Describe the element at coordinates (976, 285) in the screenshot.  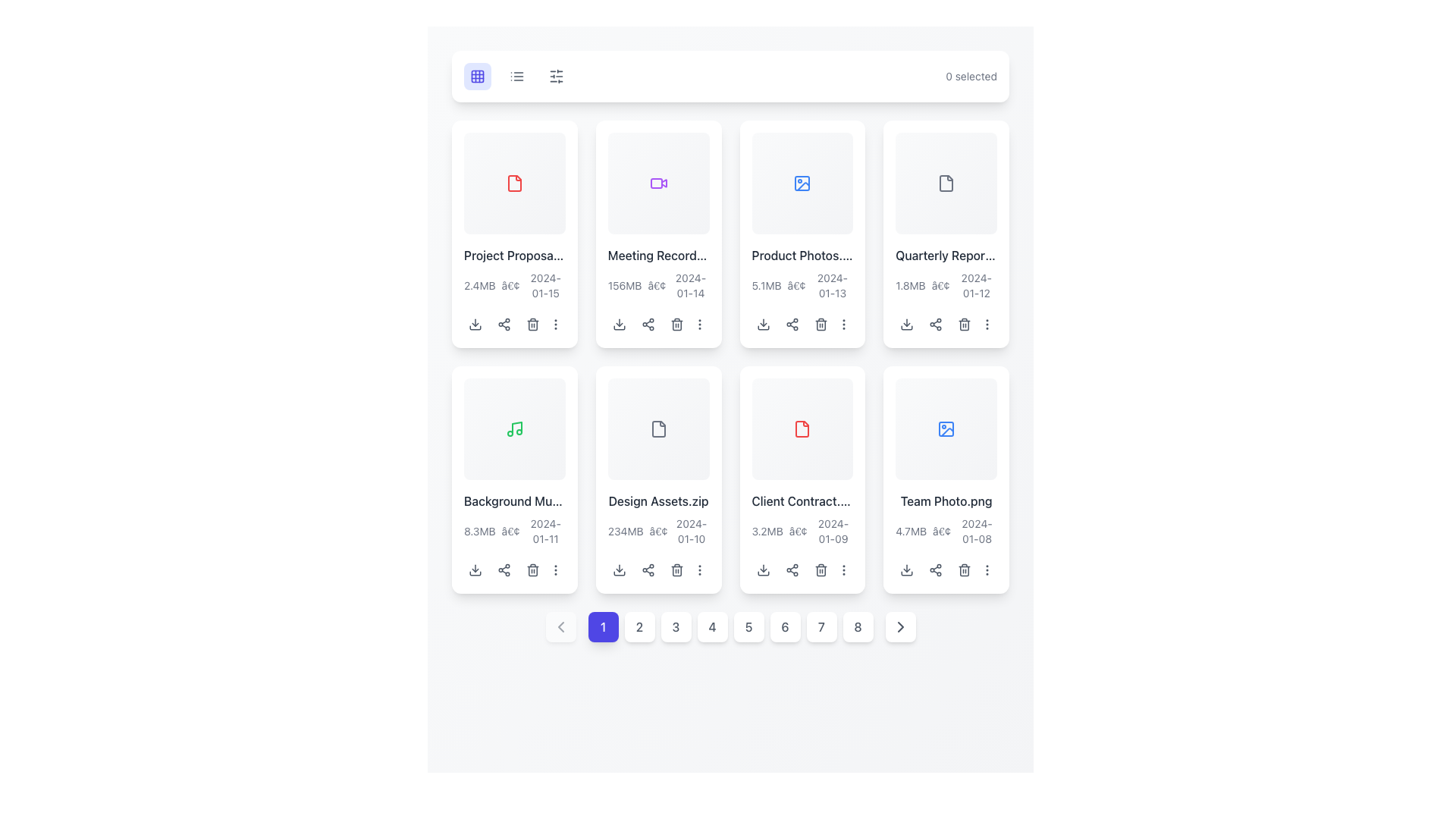
I see `the Text Label displaying '2024-01-12', which is styled in gray font and part of the informational row for the 'Quarterly Report'` at that location.